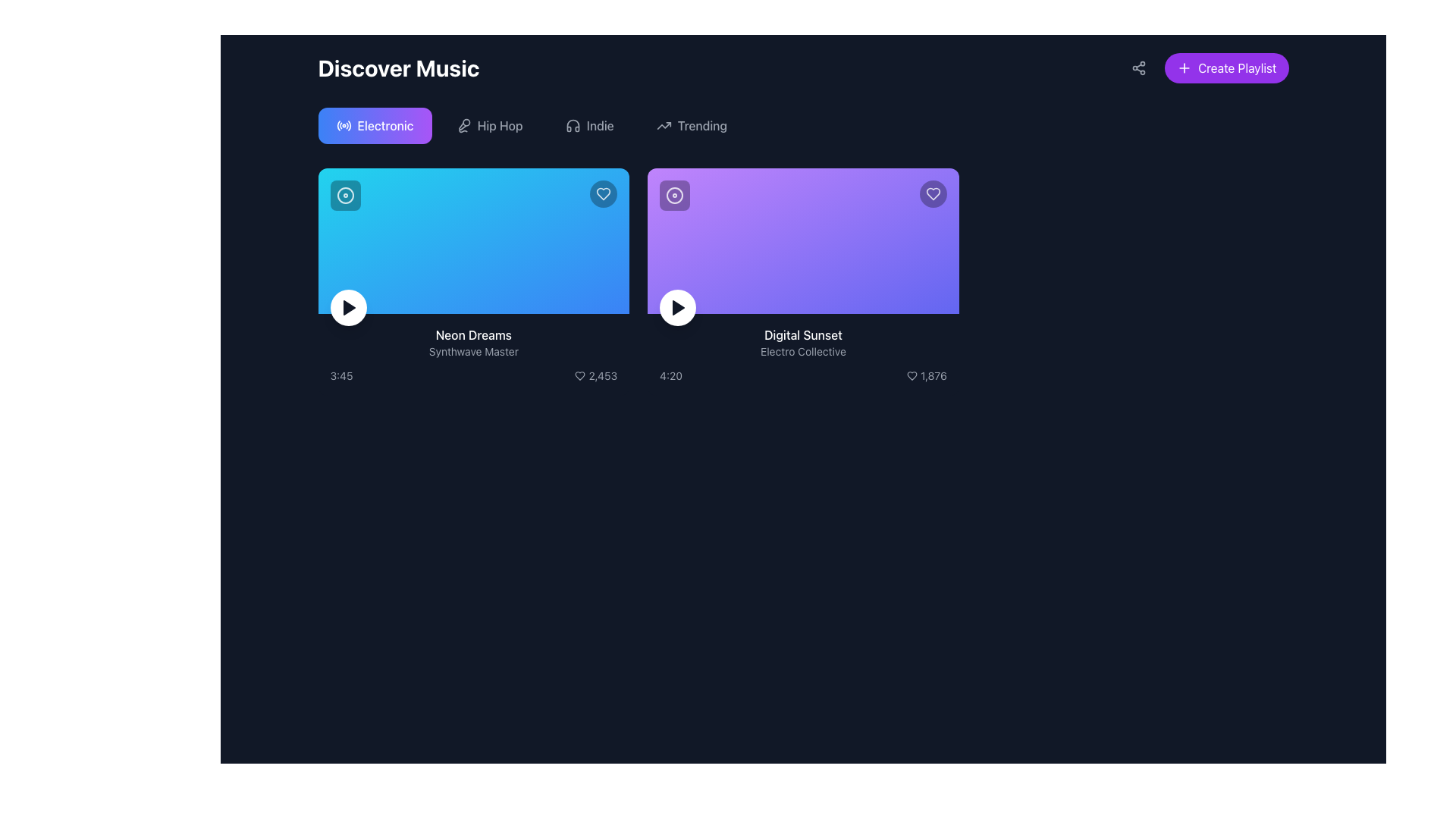  What do you see at coordinates (802, 375) in the screenshot?
I see `information displayed in the composite element showing the track duration '4:20' and the number of likes '1,876' beneath the purple card labeled 'Digital Sunset'` at bounding box center [802, 375].